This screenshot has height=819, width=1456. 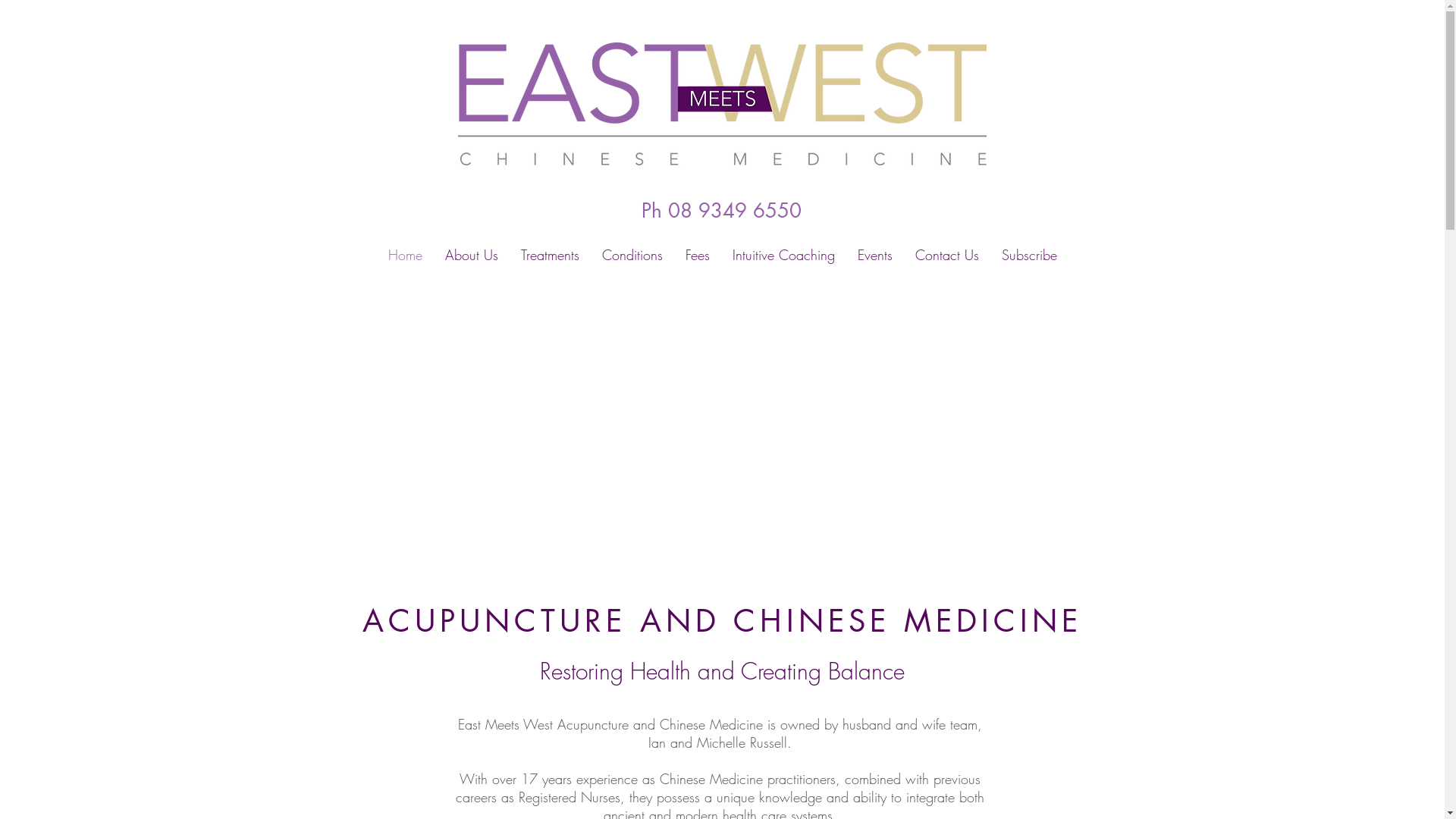 I want to click on 'Treatments', so click(x=549, y=253).